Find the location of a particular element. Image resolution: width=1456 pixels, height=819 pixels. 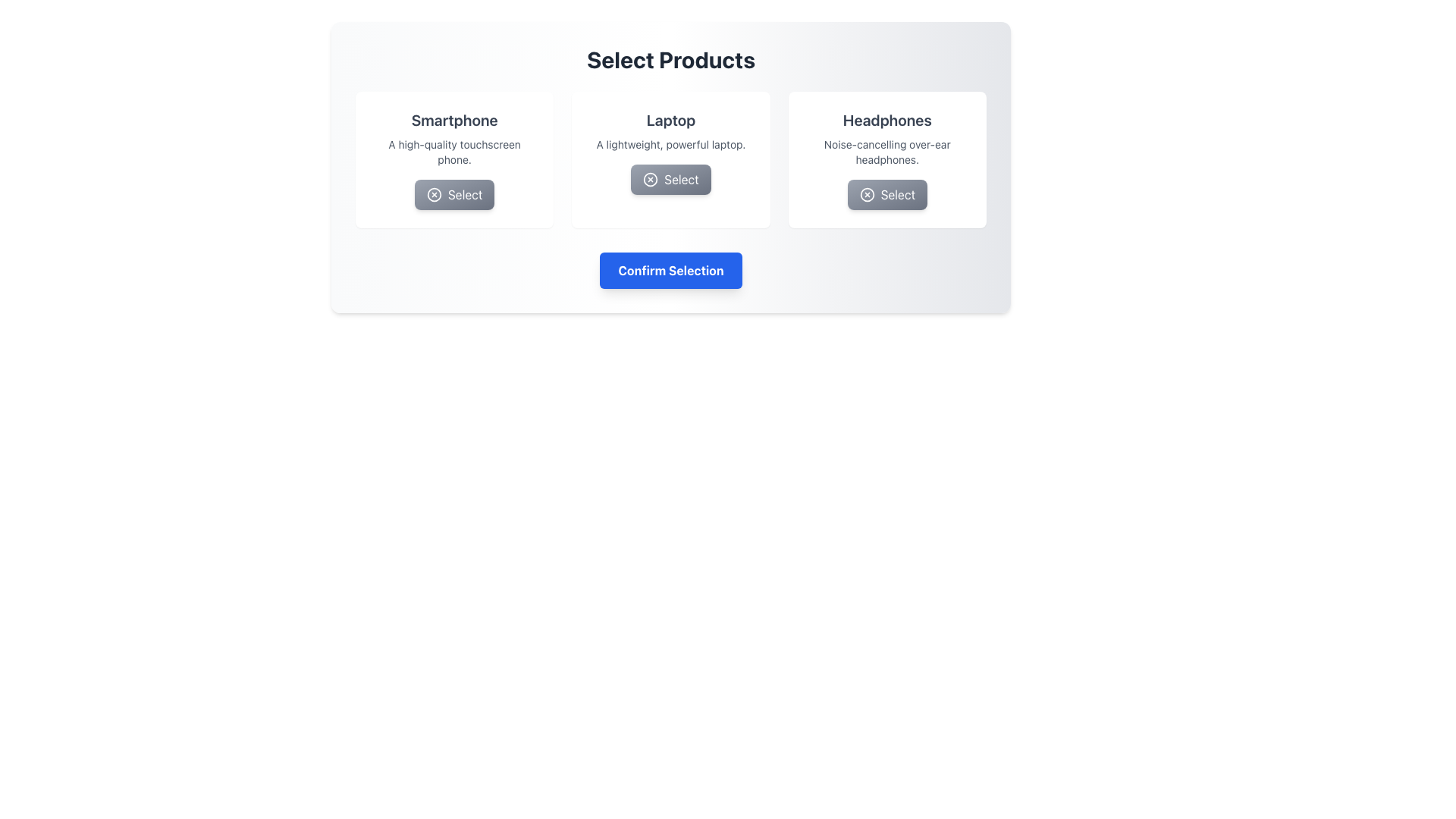

the 'Select' button on the product card titled 'Headphones', which is located in the third column of a three-column grid layout is located at coordinates (887, 160).